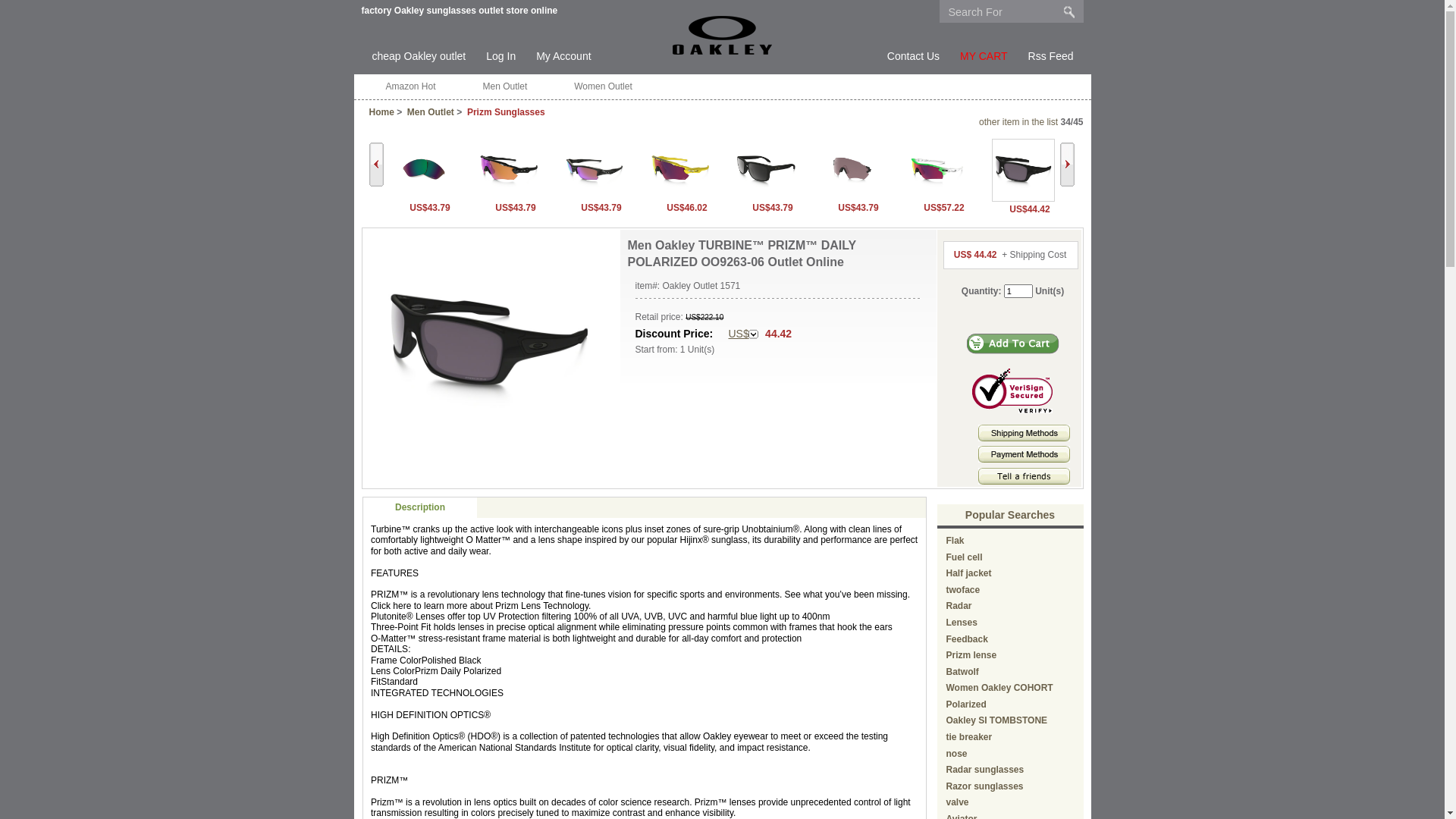  Describe the element at coordinates (946, 654) in the screenshot. I see `'Prizm lense'` at that location.